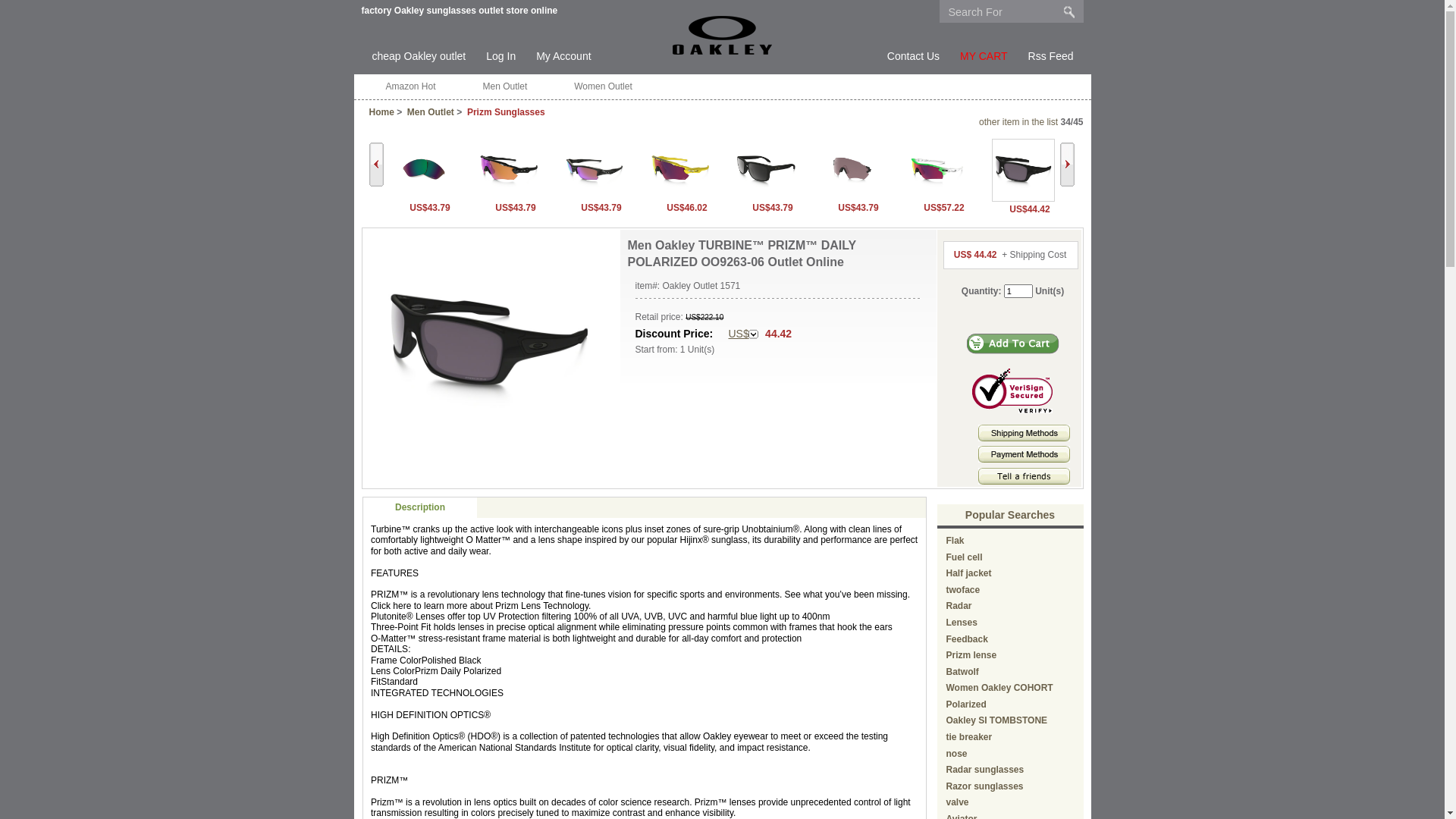  Describe the element at coordinates (946, 654) in the screenshot. I see `'Prizm lense'` at that location.